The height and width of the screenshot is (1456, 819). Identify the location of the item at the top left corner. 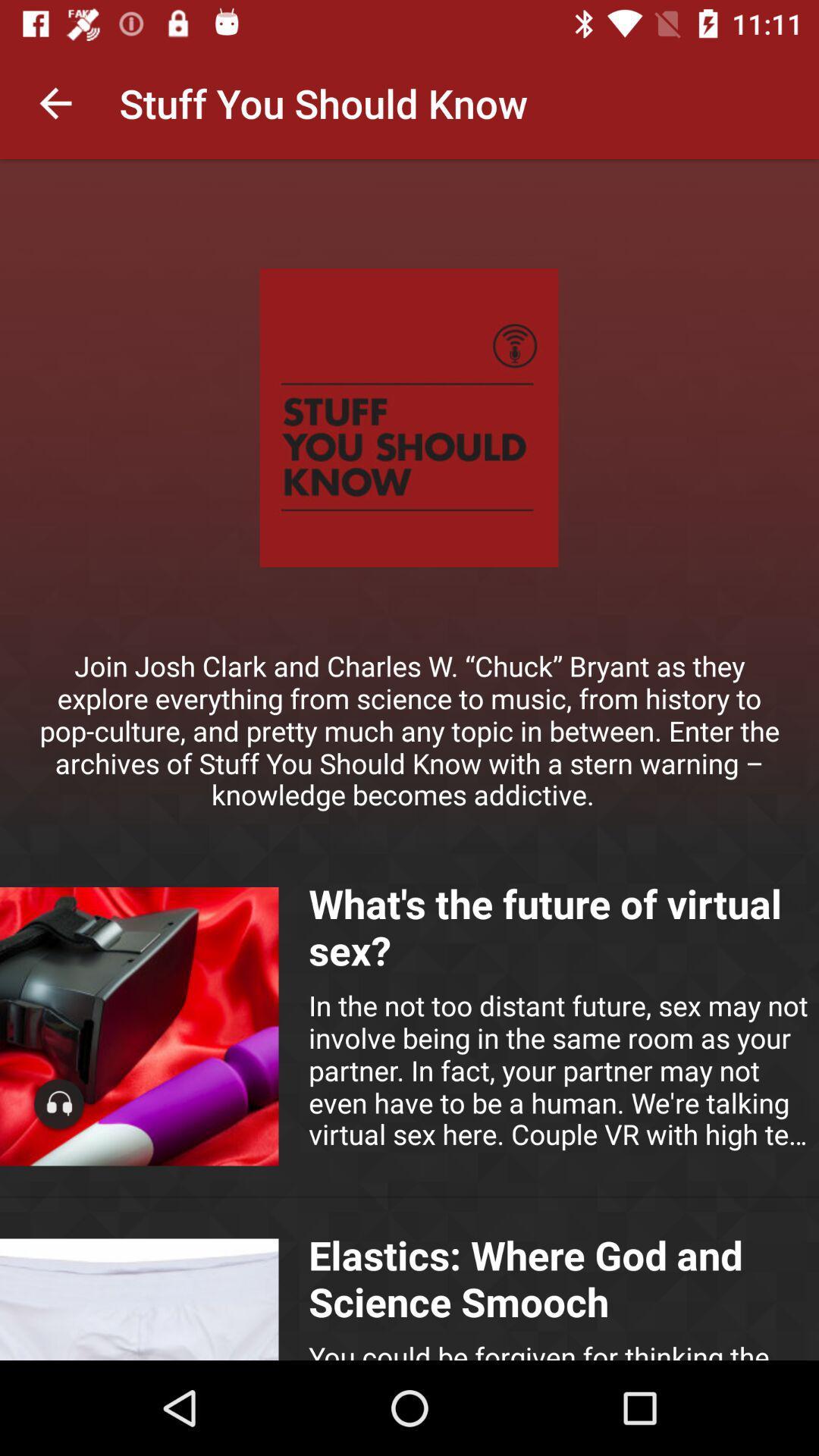
(55, 102).